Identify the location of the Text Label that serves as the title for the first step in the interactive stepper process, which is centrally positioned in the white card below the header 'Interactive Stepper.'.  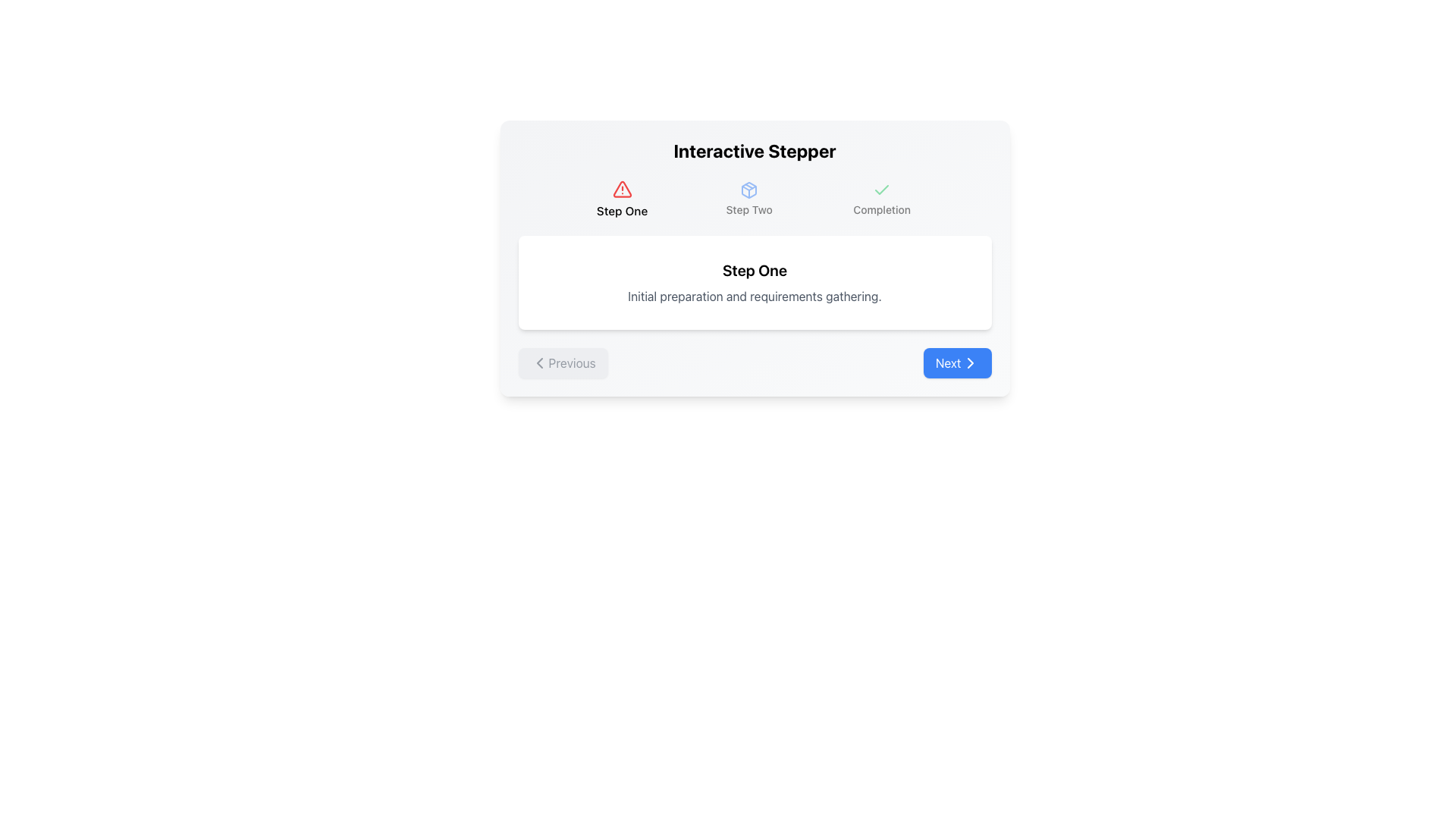
(755, 270).